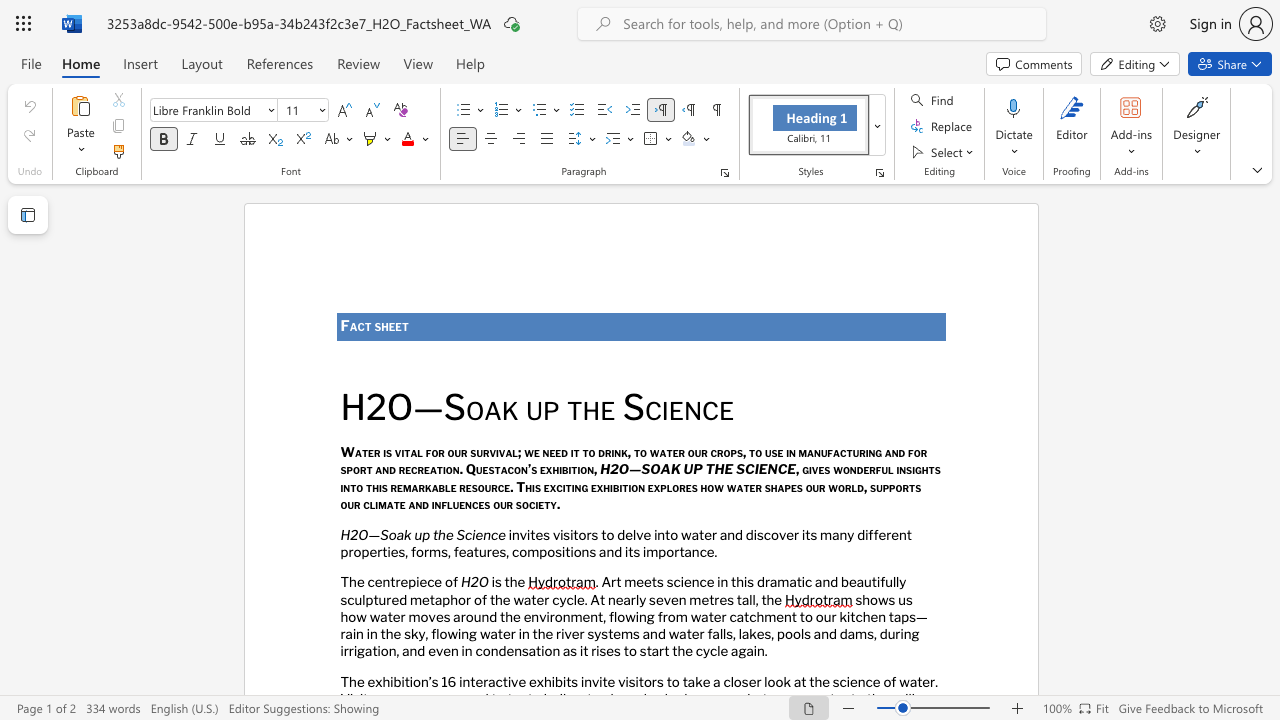 This screenshot has height=720, width=1280. I want to click on the subset text "he Scie" within the text "H2O—Soak up the Science", so click(437, 533).